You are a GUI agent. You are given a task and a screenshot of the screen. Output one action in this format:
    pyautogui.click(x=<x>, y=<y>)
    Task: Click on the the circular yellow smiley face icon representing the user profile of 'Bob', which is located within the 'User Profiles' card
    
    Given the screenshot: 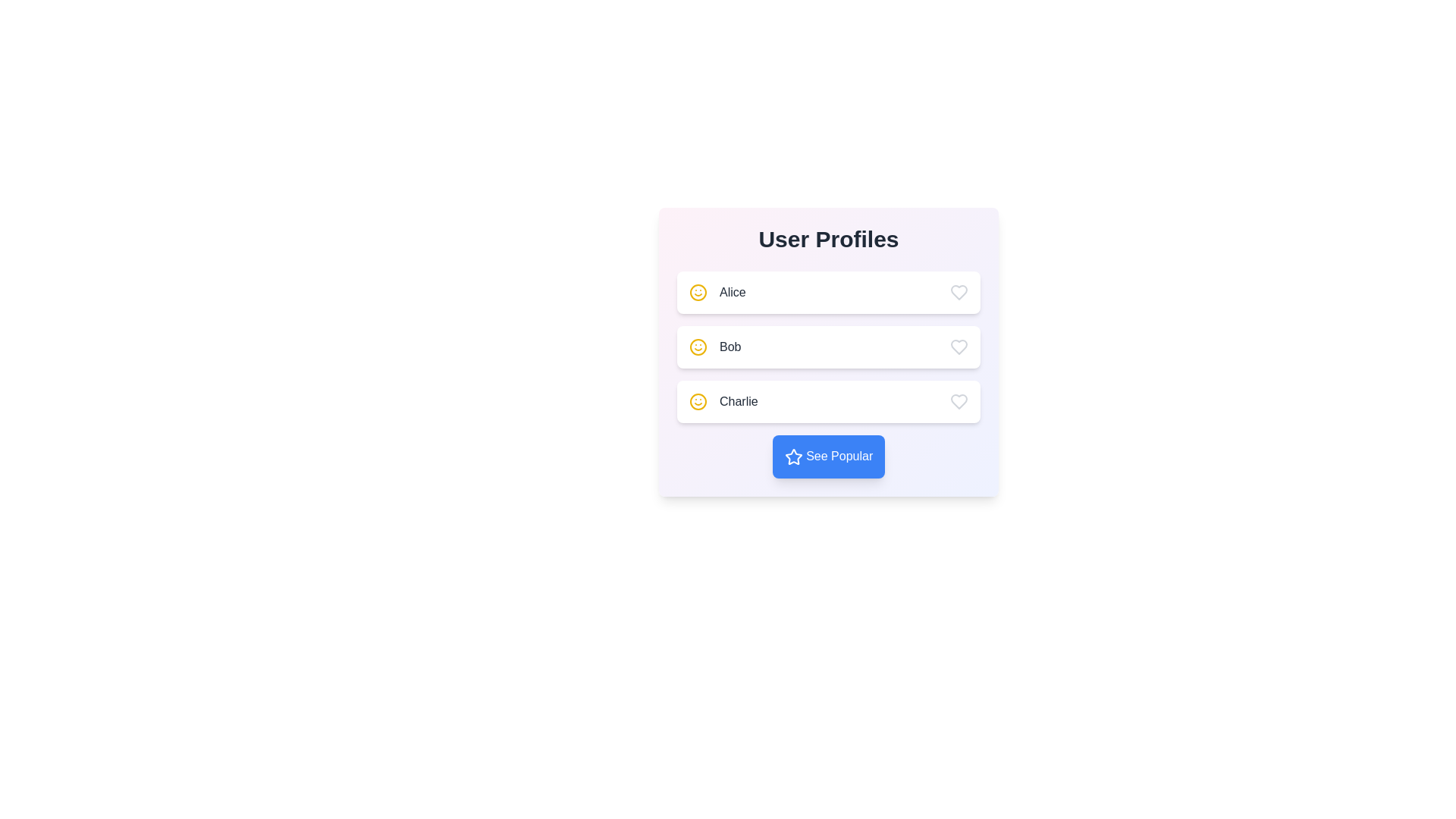 What is the action you would take?
    pyautogui.click(x=698, y=347)
    